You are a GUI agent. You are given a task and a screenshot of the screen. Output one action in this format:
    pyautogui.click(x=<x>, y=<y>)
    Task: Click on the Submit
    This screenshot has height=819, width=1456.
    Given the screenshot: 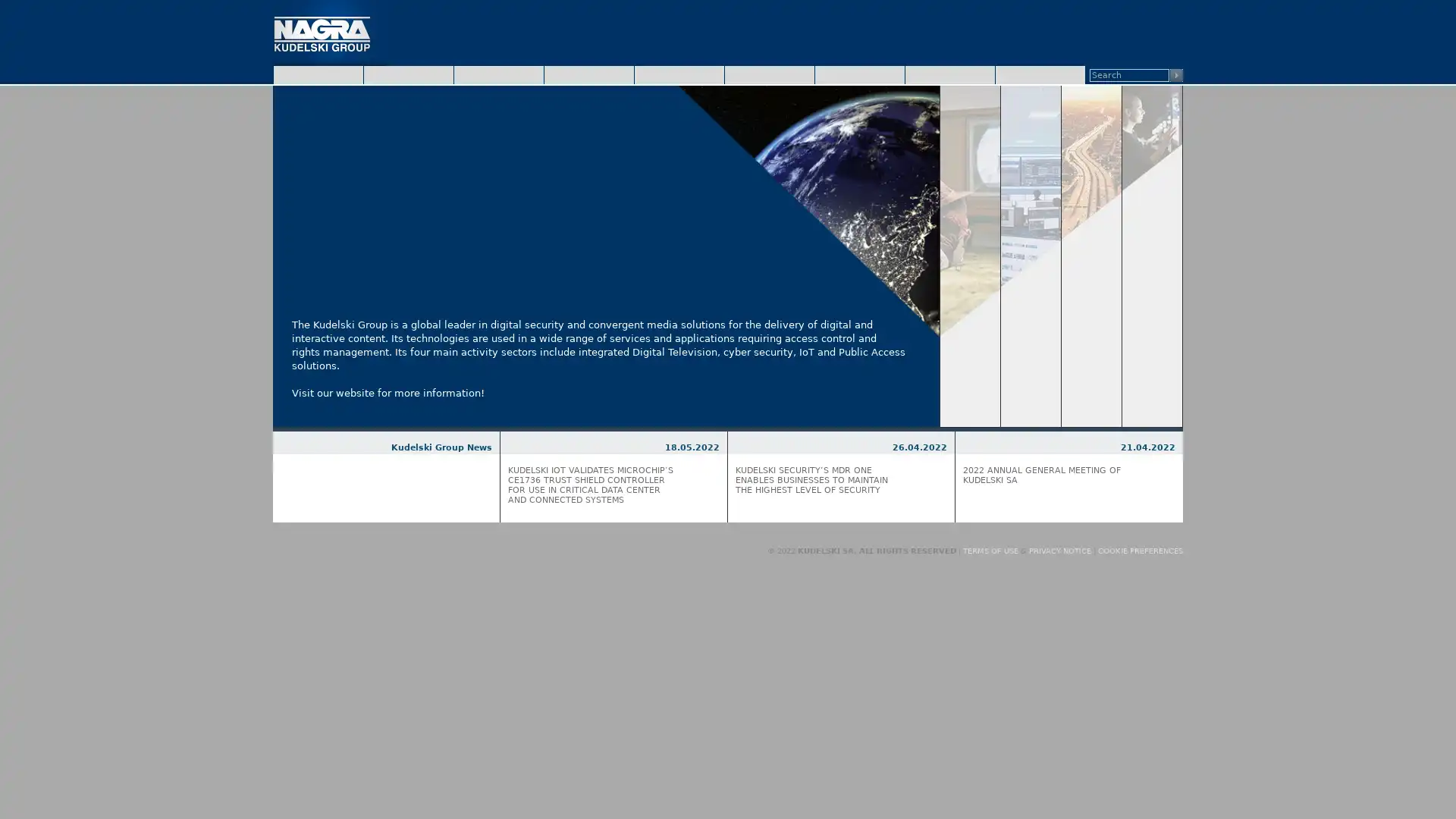 What is the action you would take?
    pyautogui.click(x=1175, y=75)
    